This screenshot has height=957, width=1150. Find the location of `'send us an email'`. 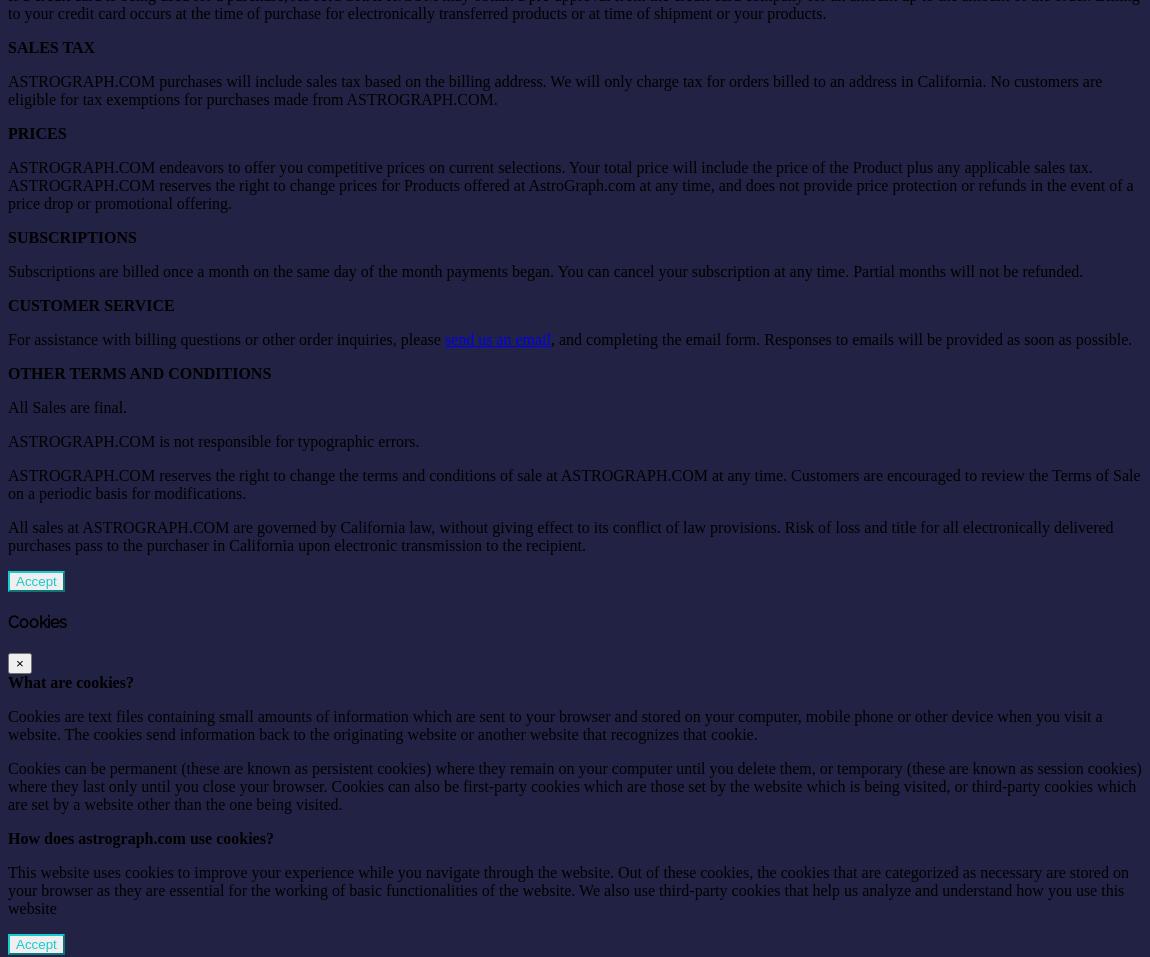

'send us an email' is located at coordinates (497, 338).